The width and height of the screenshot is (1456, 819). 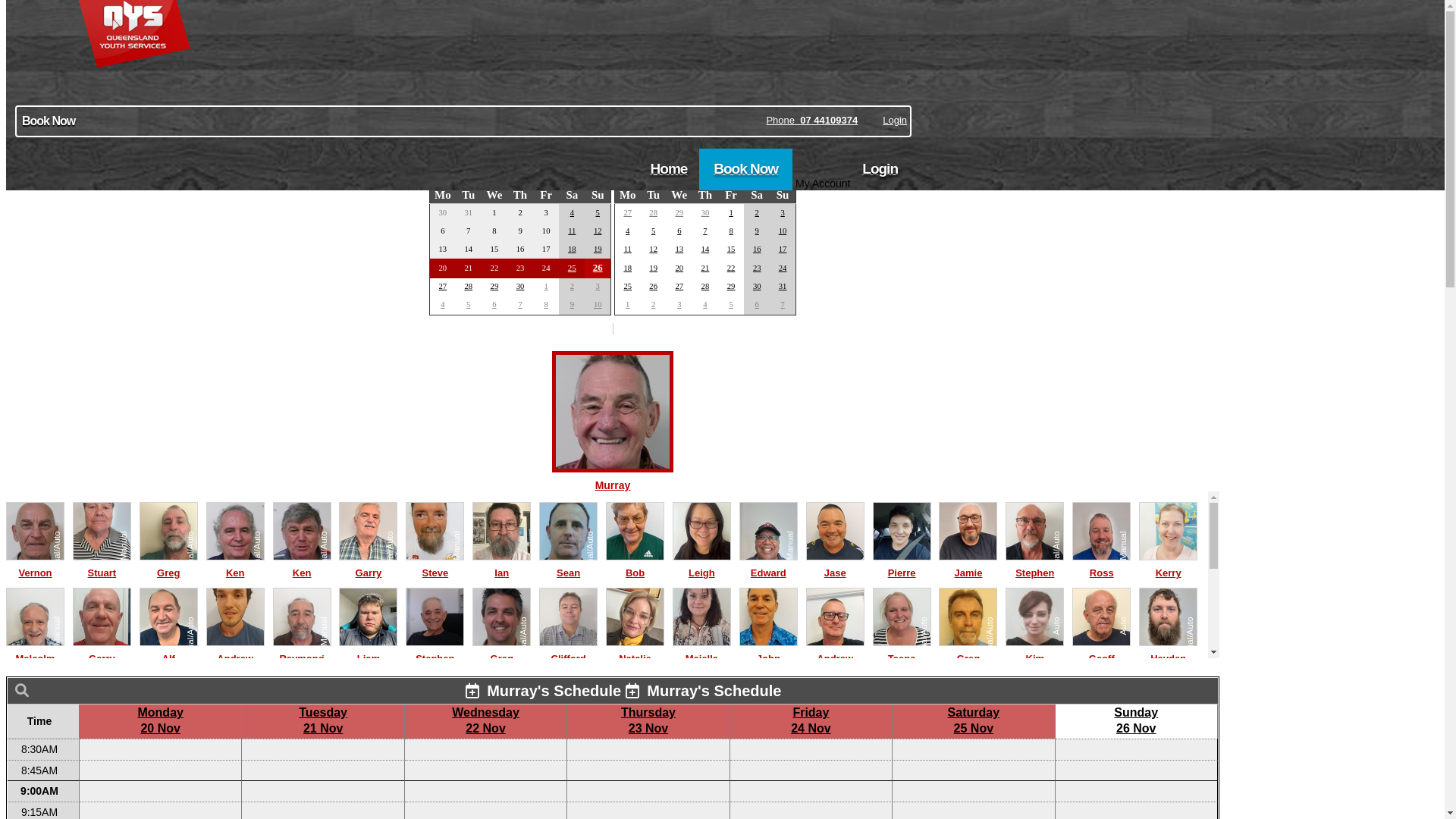 What do you see at coordinates (434, 565) in the screenshot?
I see `'Steve` at bounding box center [434, 565].